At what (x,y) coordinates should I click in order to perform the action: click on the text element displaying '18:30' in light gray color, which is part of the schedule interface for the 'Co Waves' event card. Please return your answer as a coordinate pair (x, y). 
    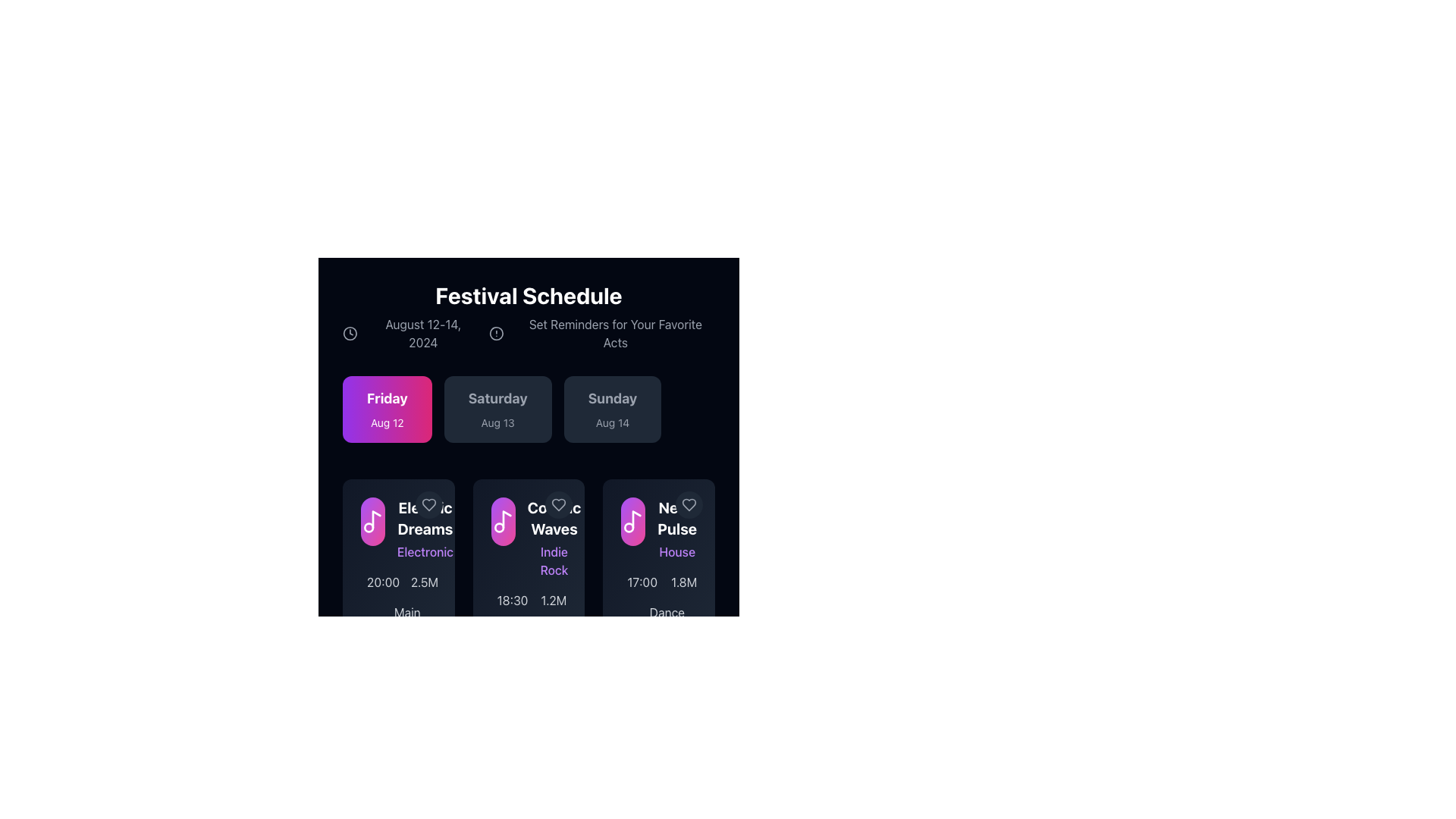
    Looking at the image, I should click on (513, 599).